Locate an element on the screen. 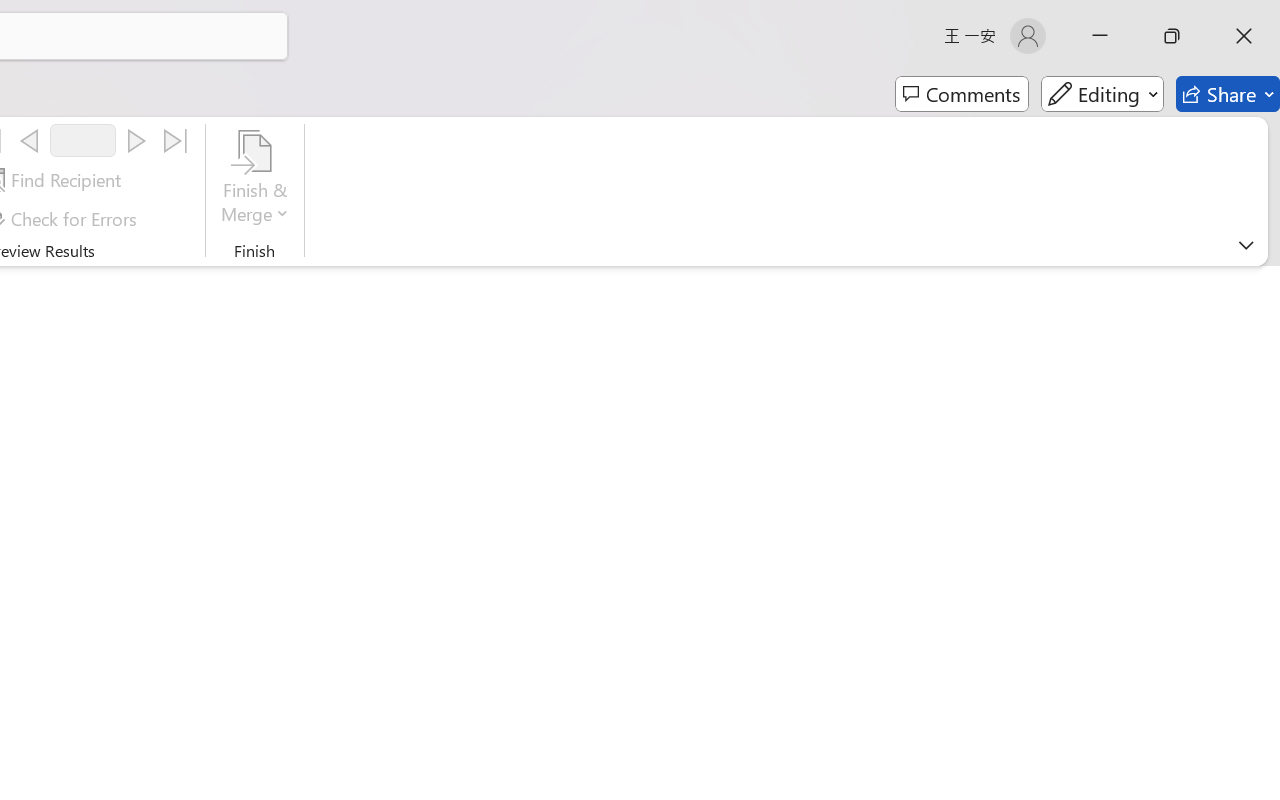 This screenshot has height=800, width=1280. 'Editing' is located at coordinates (1101, 94).